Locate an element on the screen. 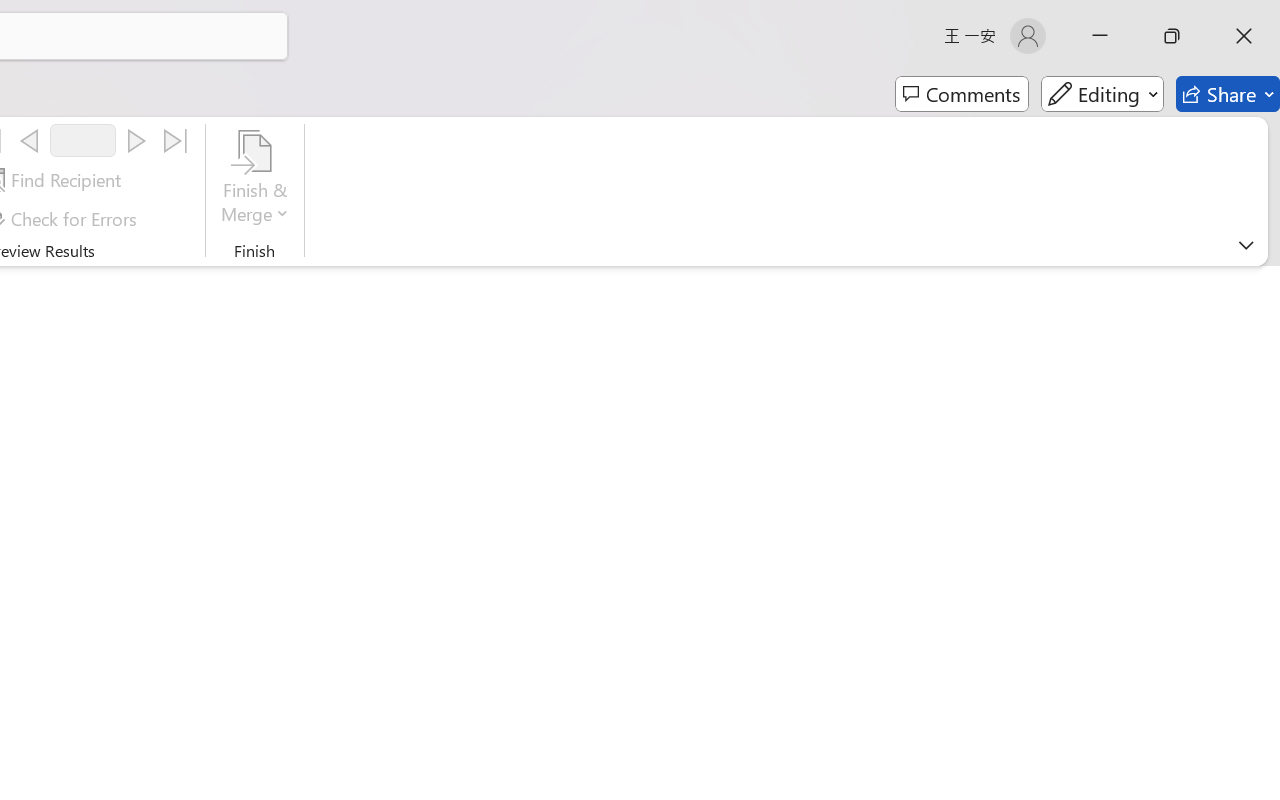 This screenshot has height=800, width=1280. 'Editing' is located at coordinates (1101, 94).